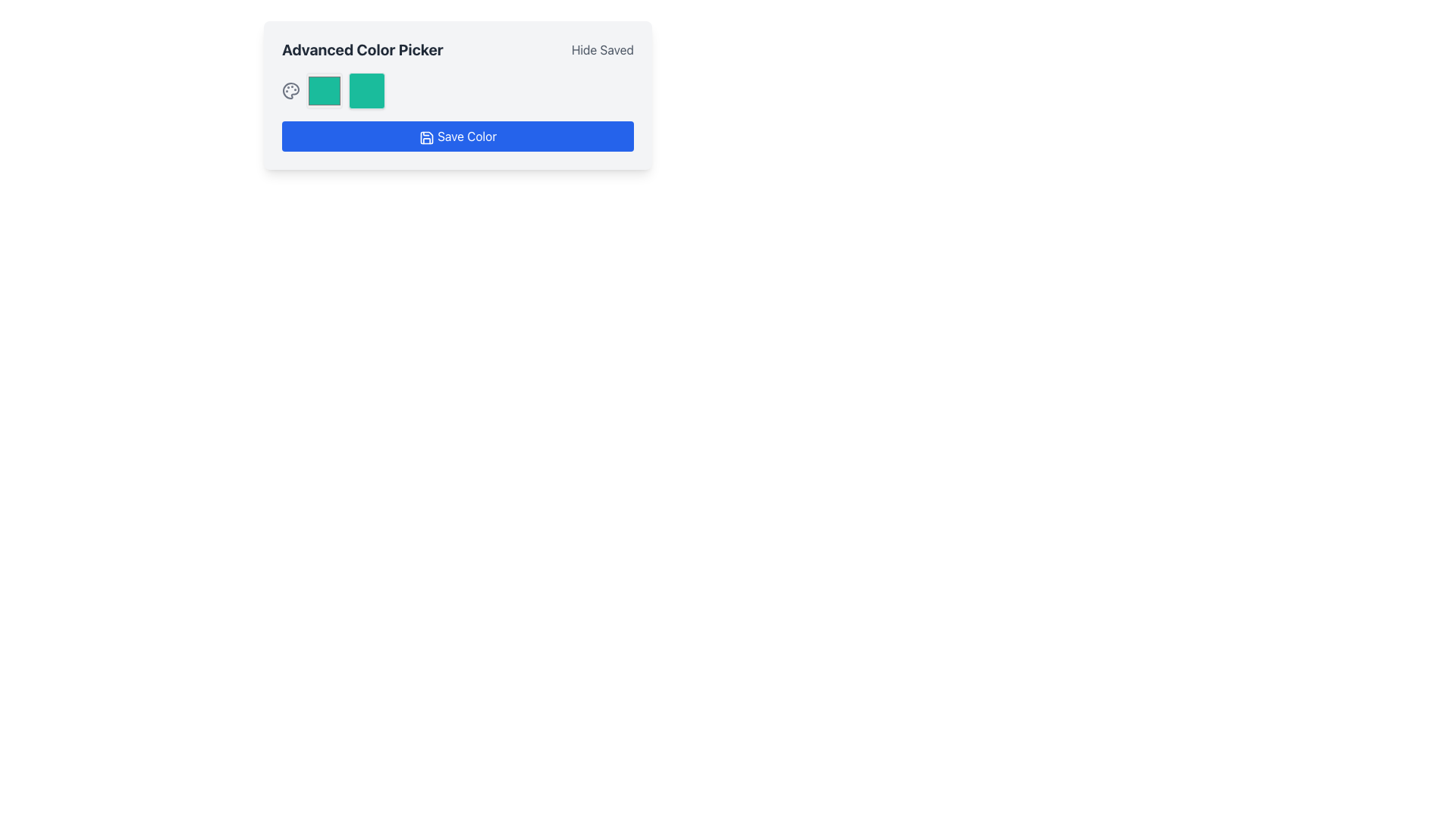  I want to click on the gray palette icon with rounded edges located prominently to the left of two color blocks, near the label 'Advanced Color Picker', so click(291, 90).